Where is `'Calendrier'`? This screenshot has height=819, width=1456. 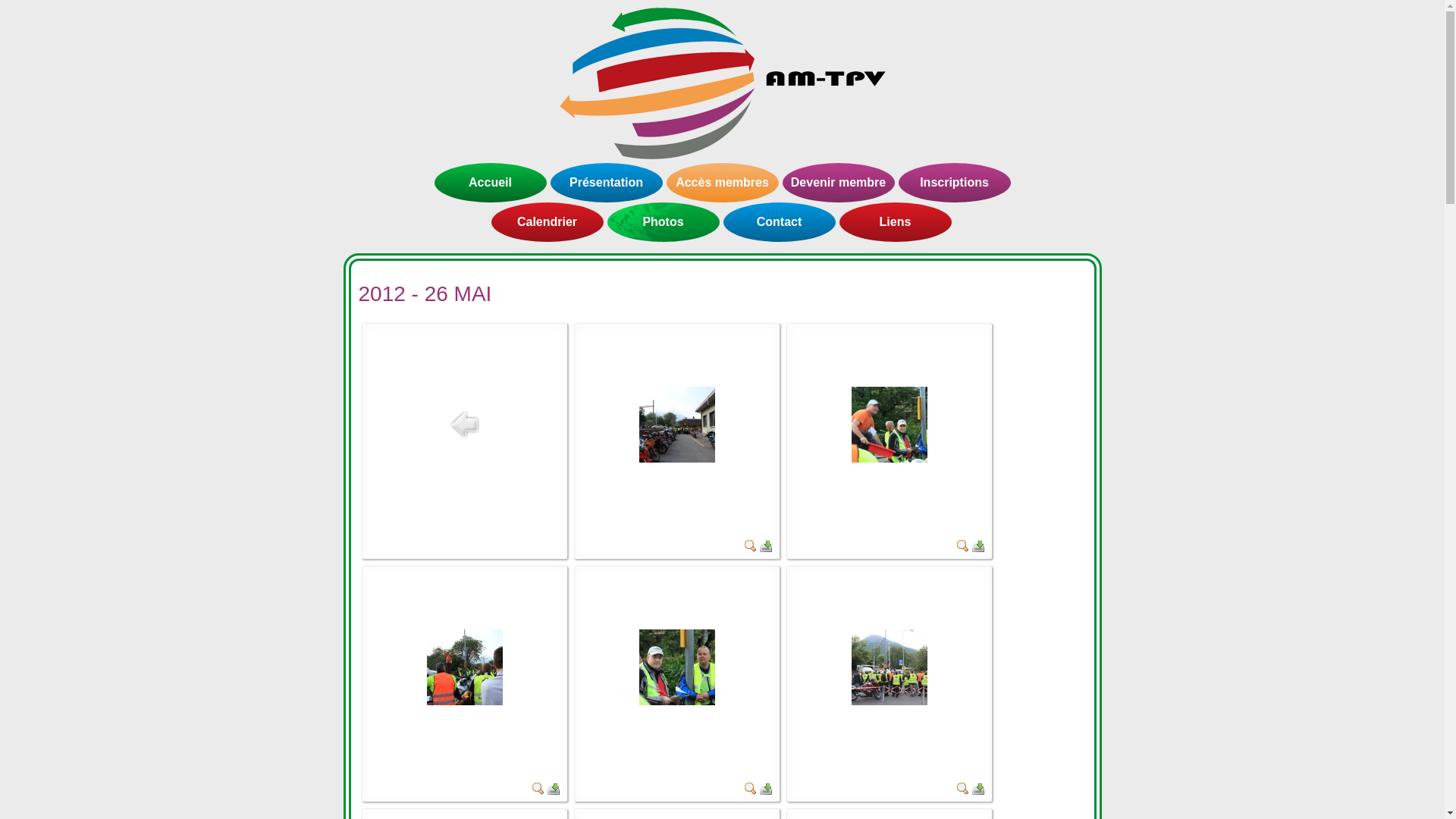
'Calendrier' is located at coordinates (546, 222).